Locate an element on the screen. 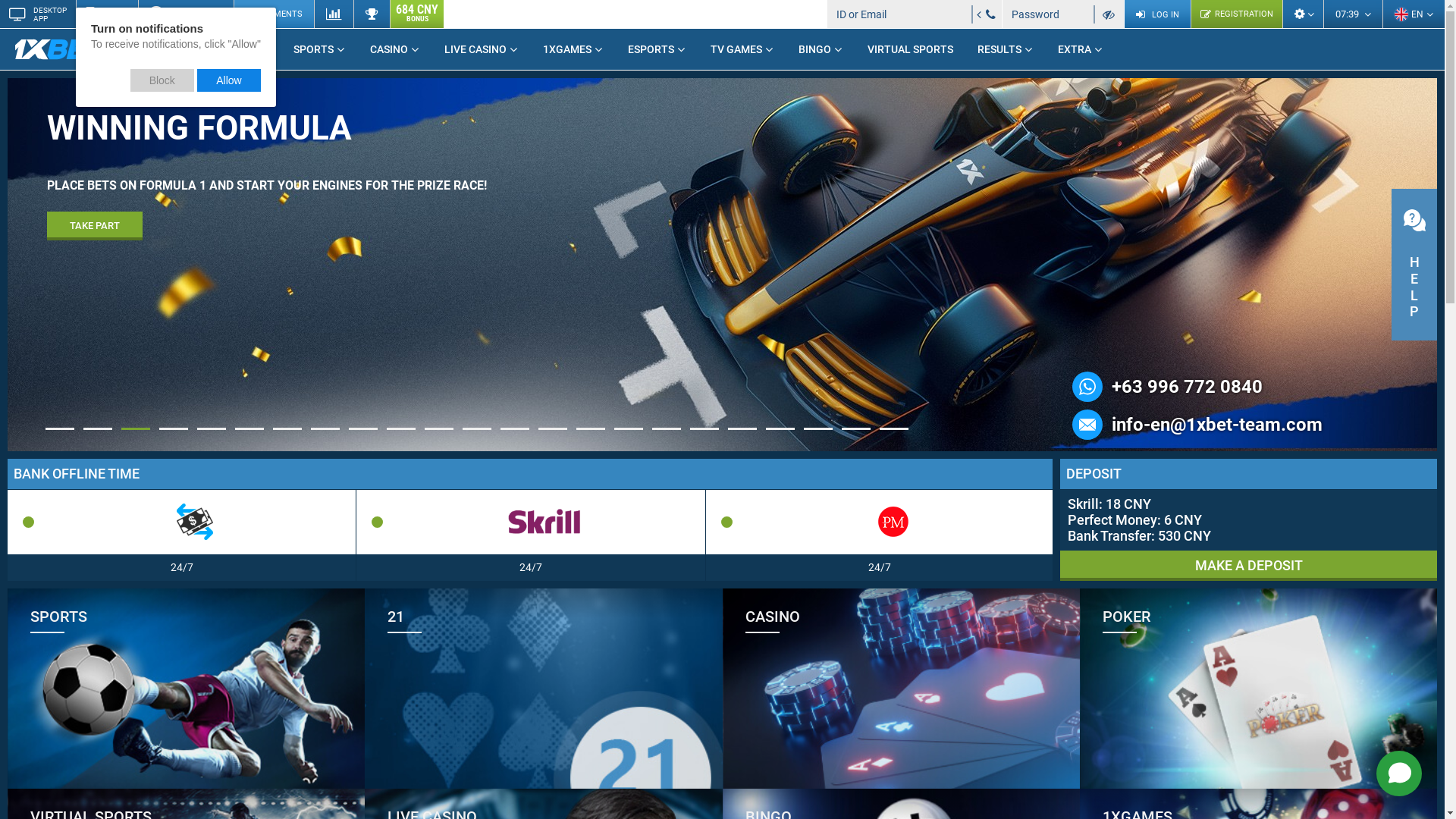 This screenshot has width=1456, height=819. 'VIRTUAL SPORTS' is located at coordinates (910, 49).